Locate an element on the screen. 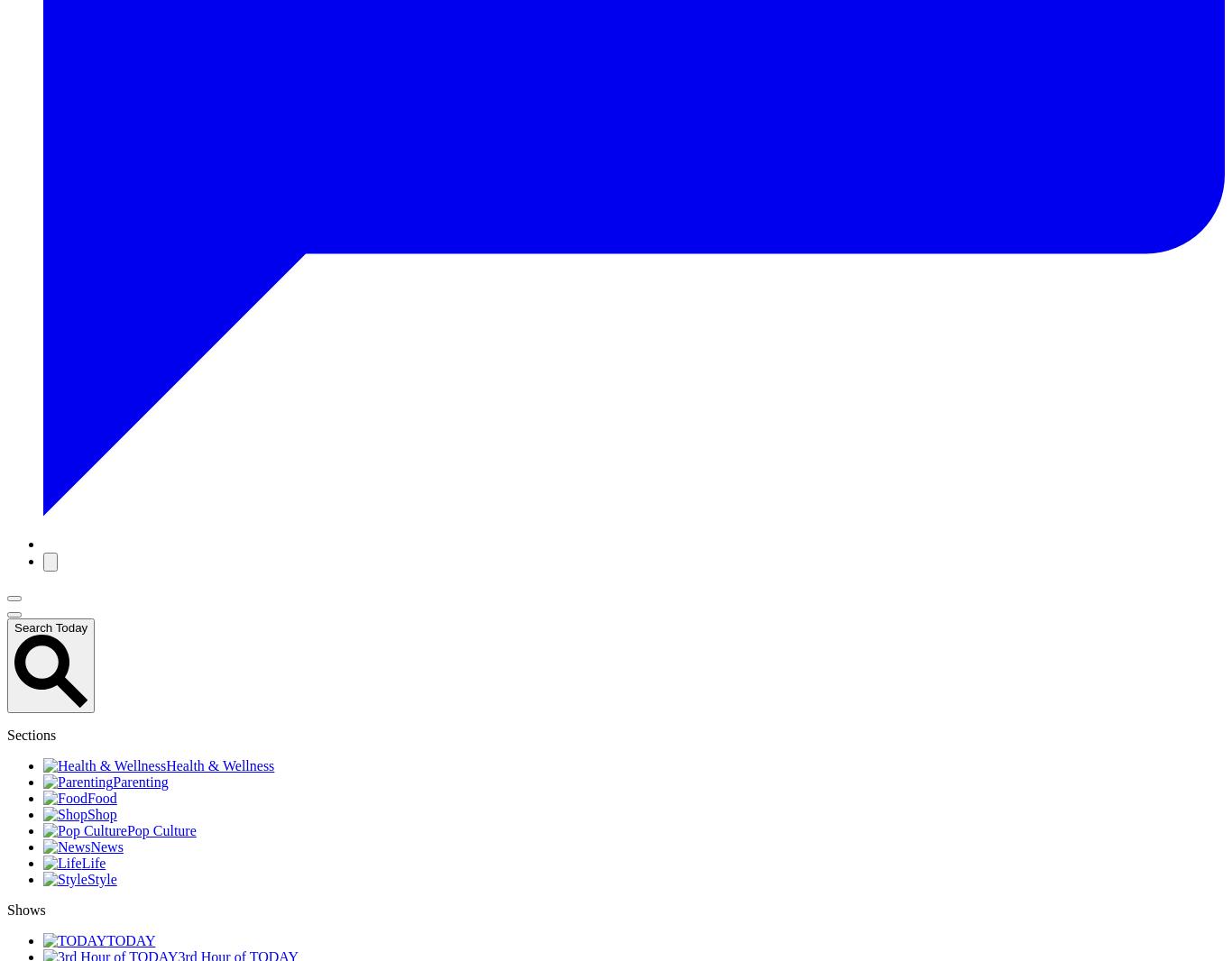 The width and height of the screenshot is (1232, 961). 'Search Today' is located at coordinates (51, 627).